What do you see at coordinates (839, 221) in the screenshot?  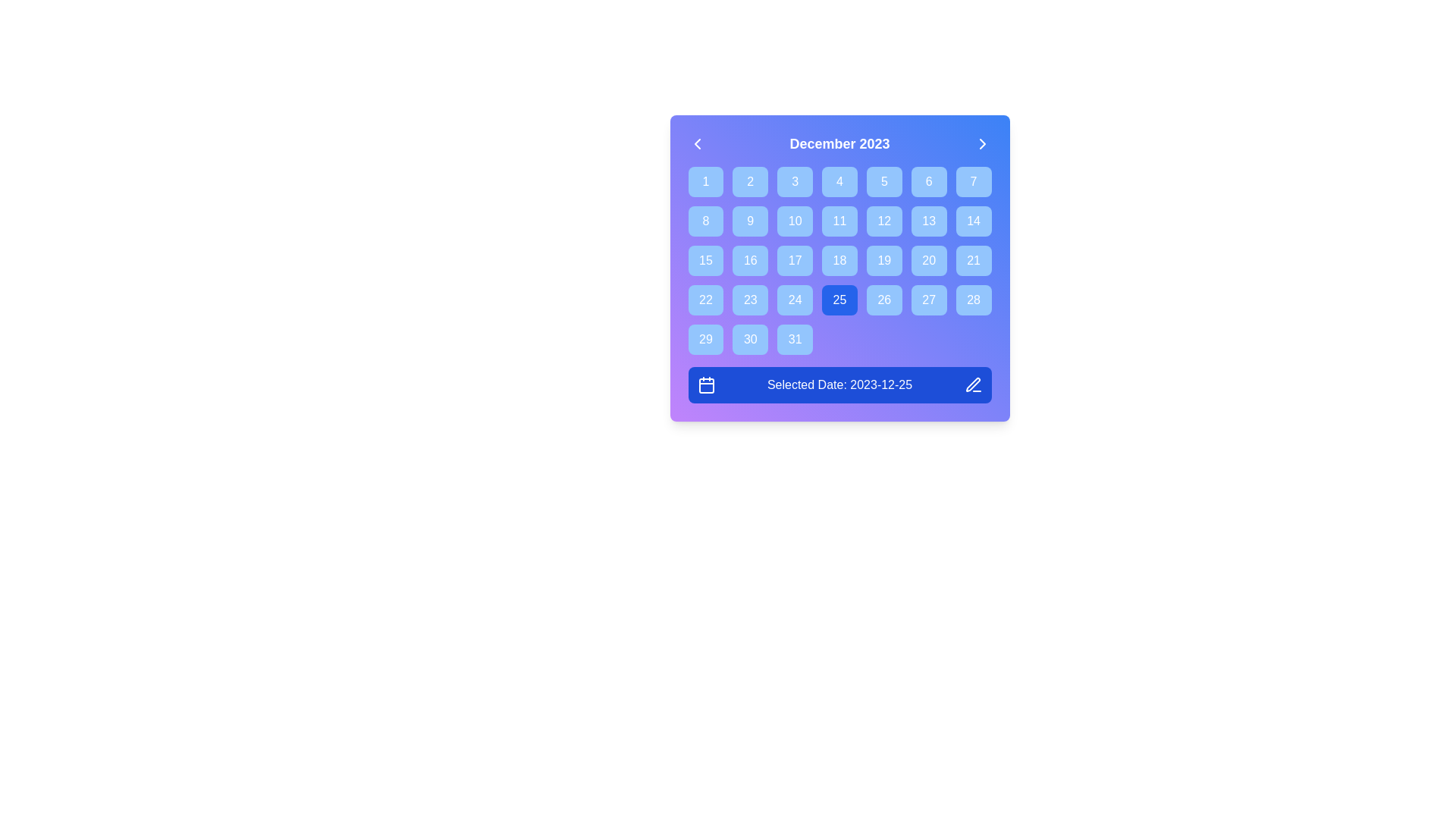 I see `the button representing the 11th day in the calendar view` at bounding box center [839, 221].